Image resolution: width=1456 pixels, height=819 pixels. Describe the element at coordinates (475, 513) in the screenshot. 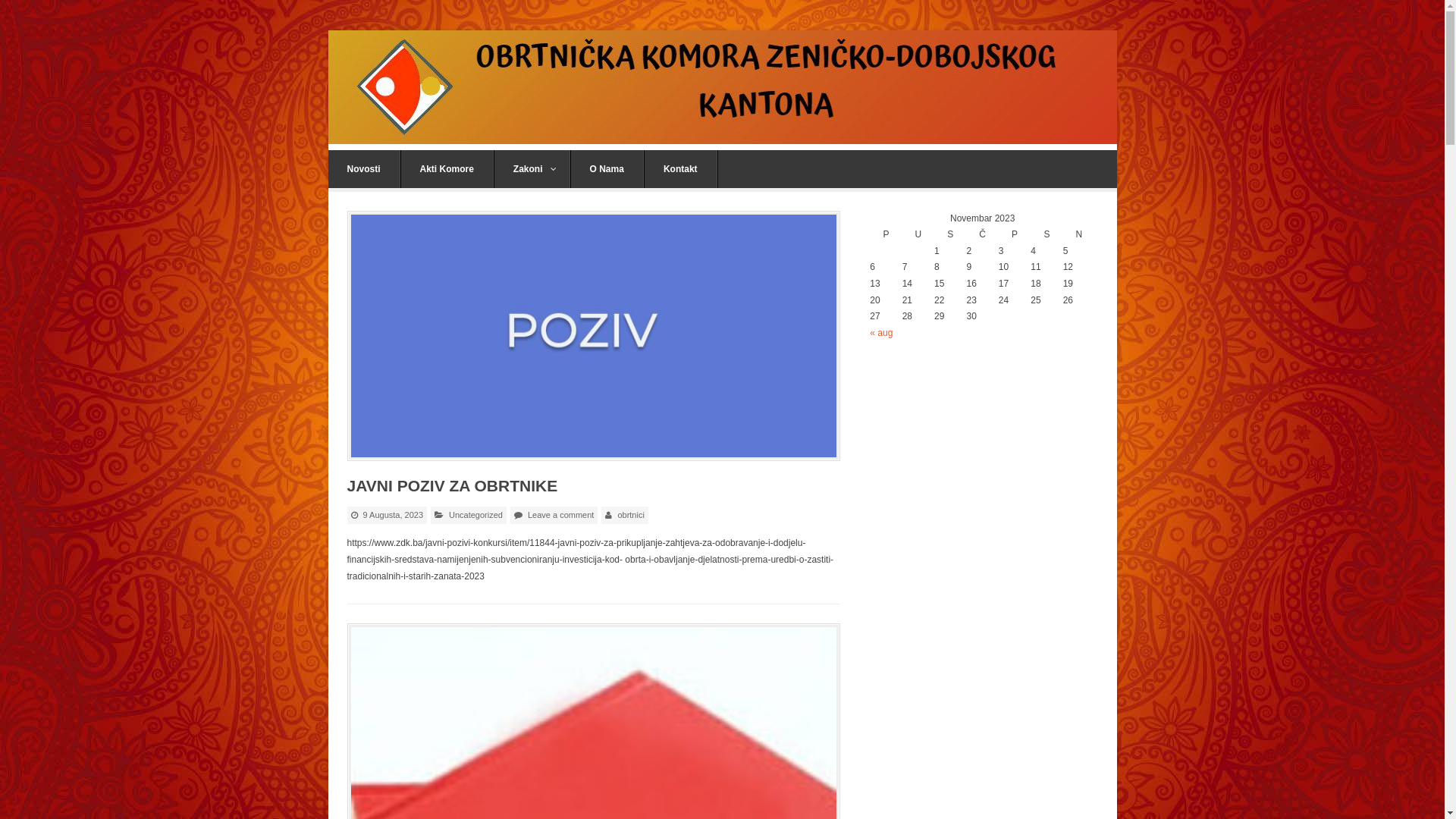

I see `'Uncategorized'` at that location.